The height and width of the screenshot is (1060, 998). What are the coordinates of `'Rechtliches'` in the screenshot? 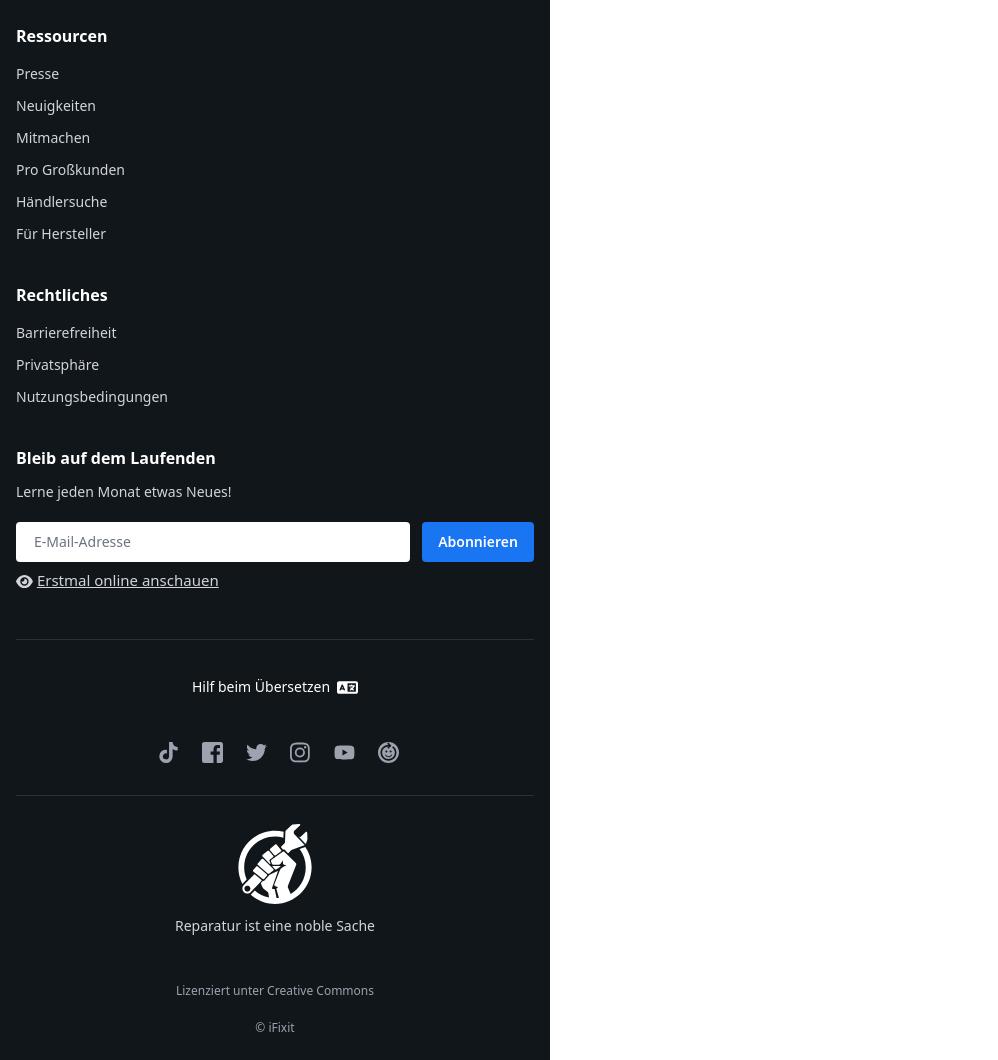 It's located at (60, 294).